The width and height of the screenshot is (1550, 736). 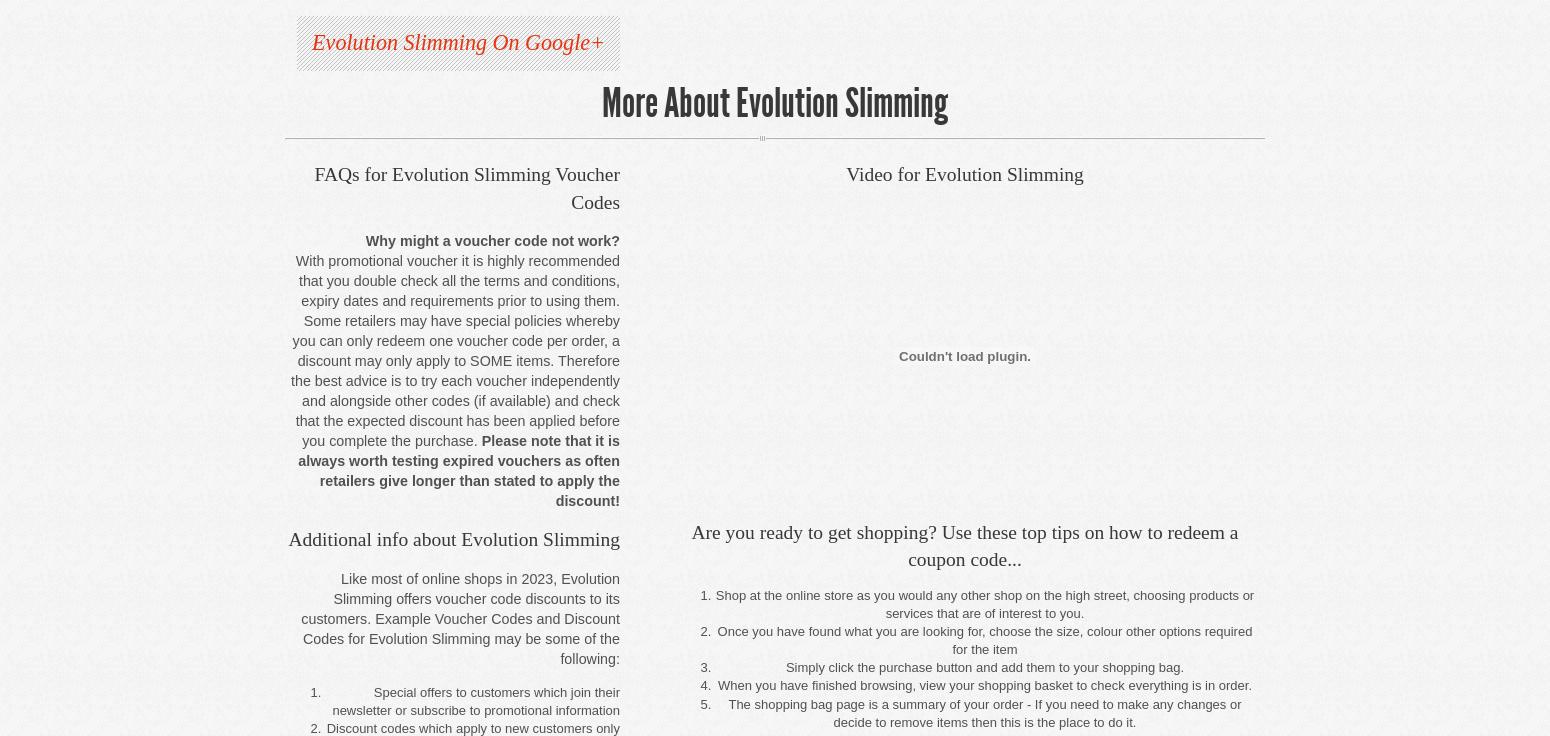 What do you see at coordinates (454, 350) in the screenshot?
I see `'With promotional voucher it is highly recommended that you double check all the terms and conditions, expiry dates and requirements prior to using them. Some retailers may have special policies whereby you can only redeem one voucher code per order, a discount may only apply to SOME items. Therefore the best advice is to try each voucher independently and alongside other codes (if available) and check that the expected discount has been applied before you complete the purchase.'` at bounding box center [454, 350].